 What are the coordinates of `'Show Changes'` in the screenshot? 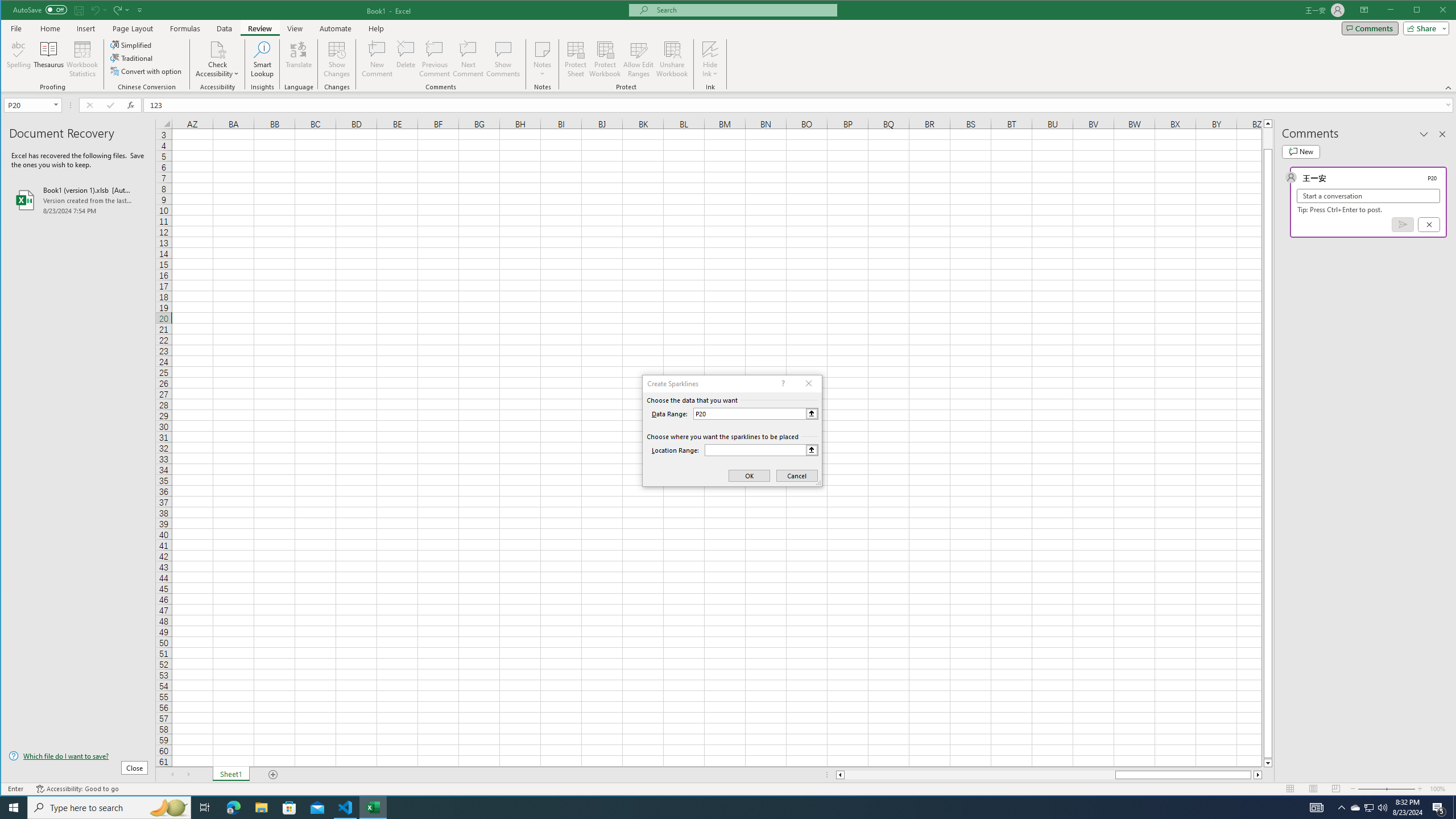 It's located at (336, 59).